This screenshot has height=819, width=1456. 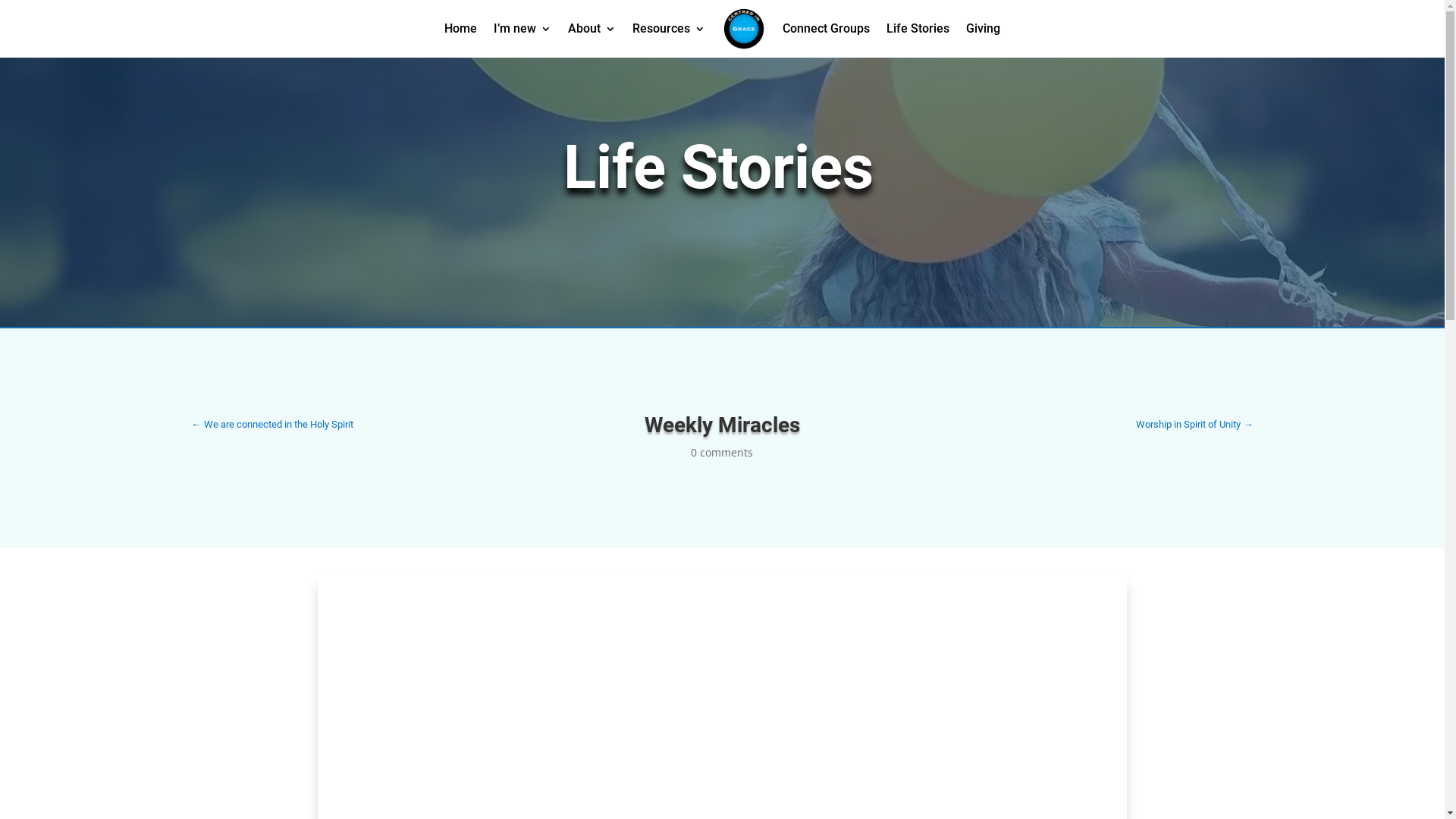 What do you see at coordinates (460, 29) in the screenshot?
I see `'Home'` at bounding box center [460, 29].